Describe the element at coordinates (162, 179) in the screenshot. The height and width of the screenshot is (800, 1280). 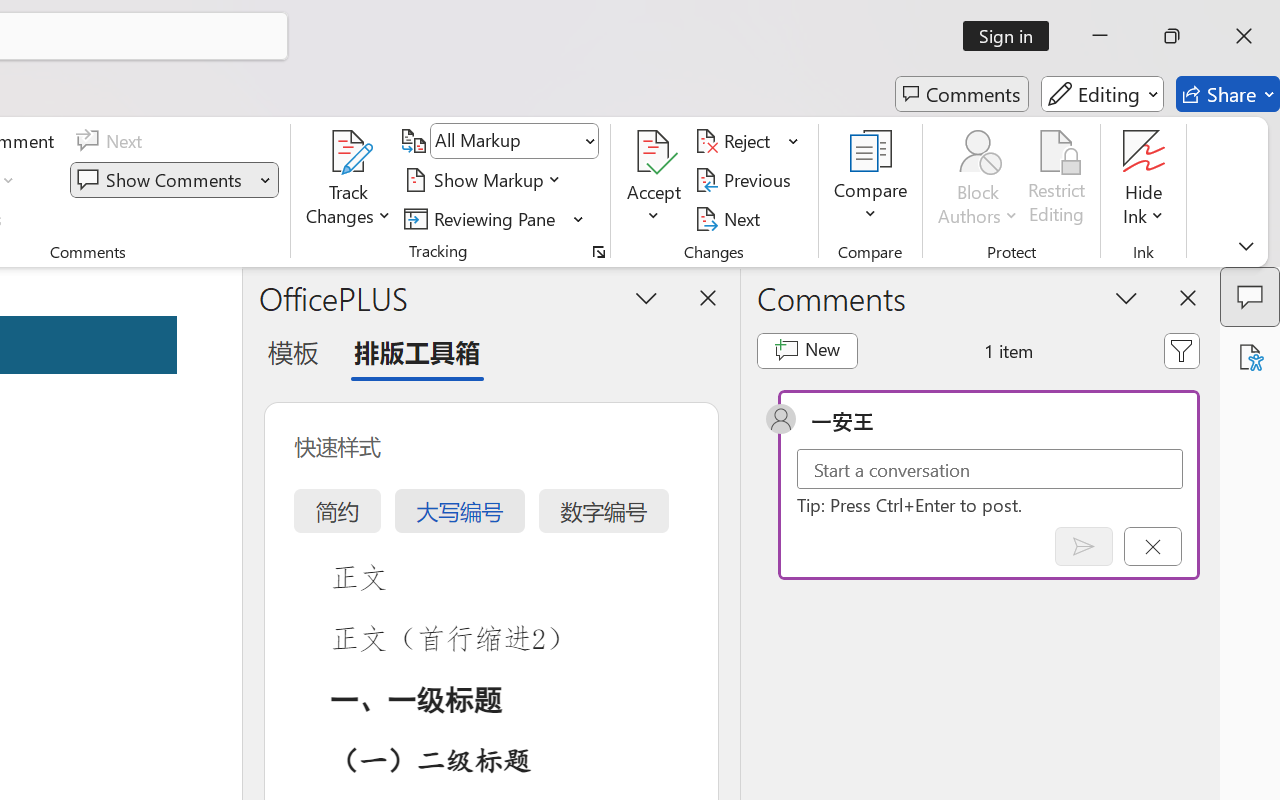
I see `'Show Comments'` at that location.